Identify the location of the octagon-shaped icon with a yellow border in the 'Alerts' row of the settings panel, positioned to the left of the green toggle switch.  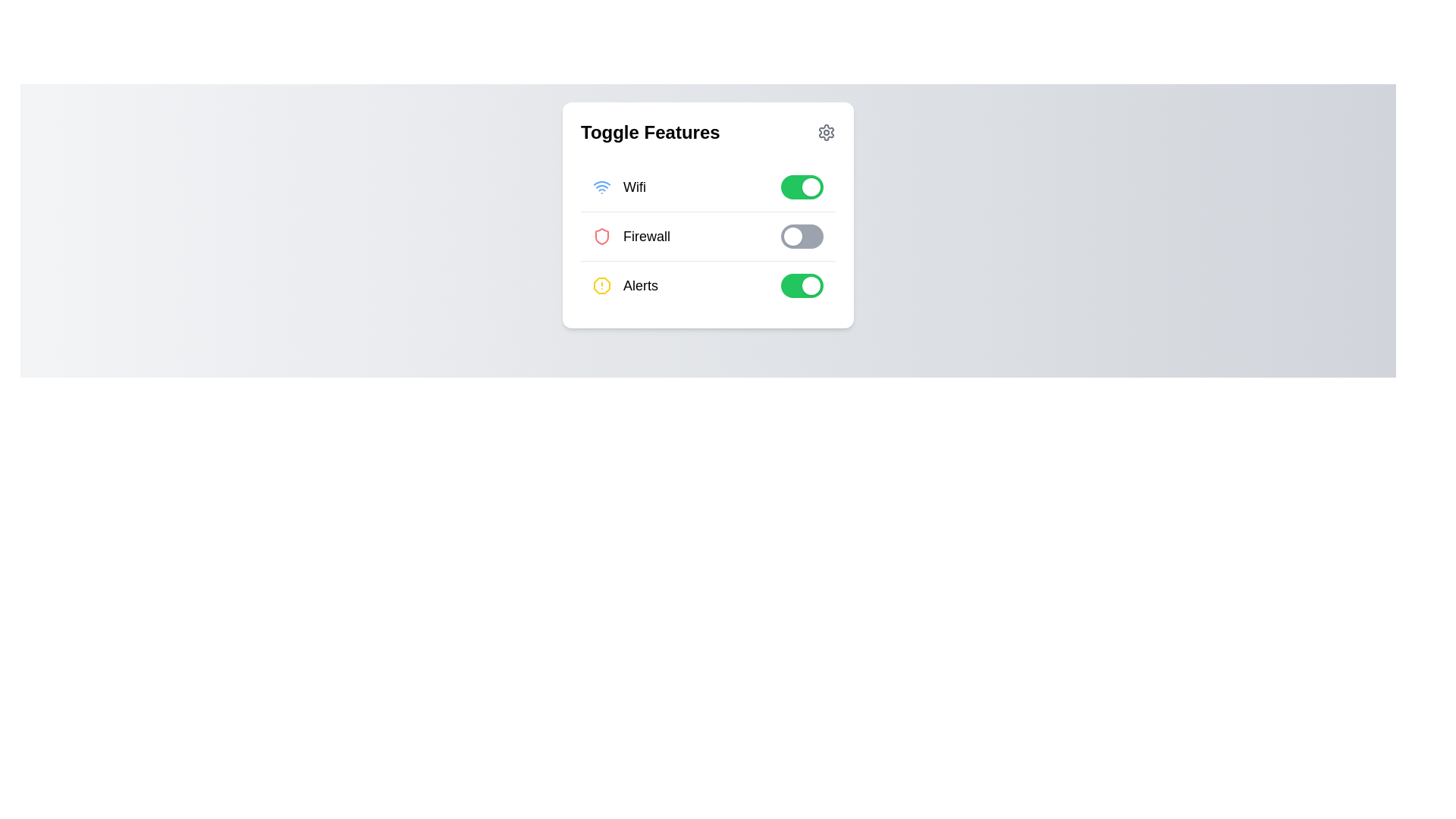
(601, 286).